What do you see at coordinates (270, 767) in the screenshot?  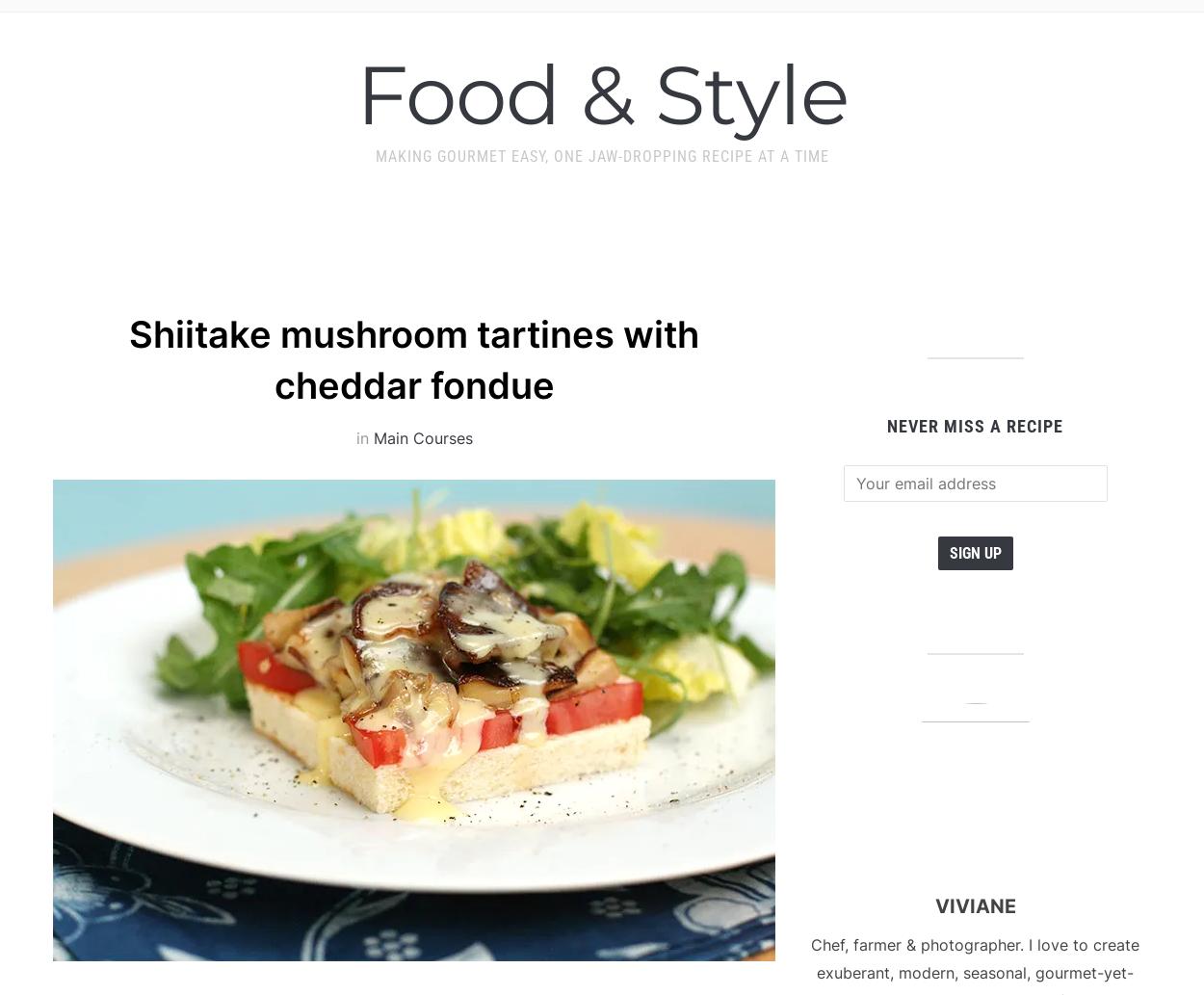 I see `'September 14, 2009 at 11:03 pm'` at bounding box center [270, 767].